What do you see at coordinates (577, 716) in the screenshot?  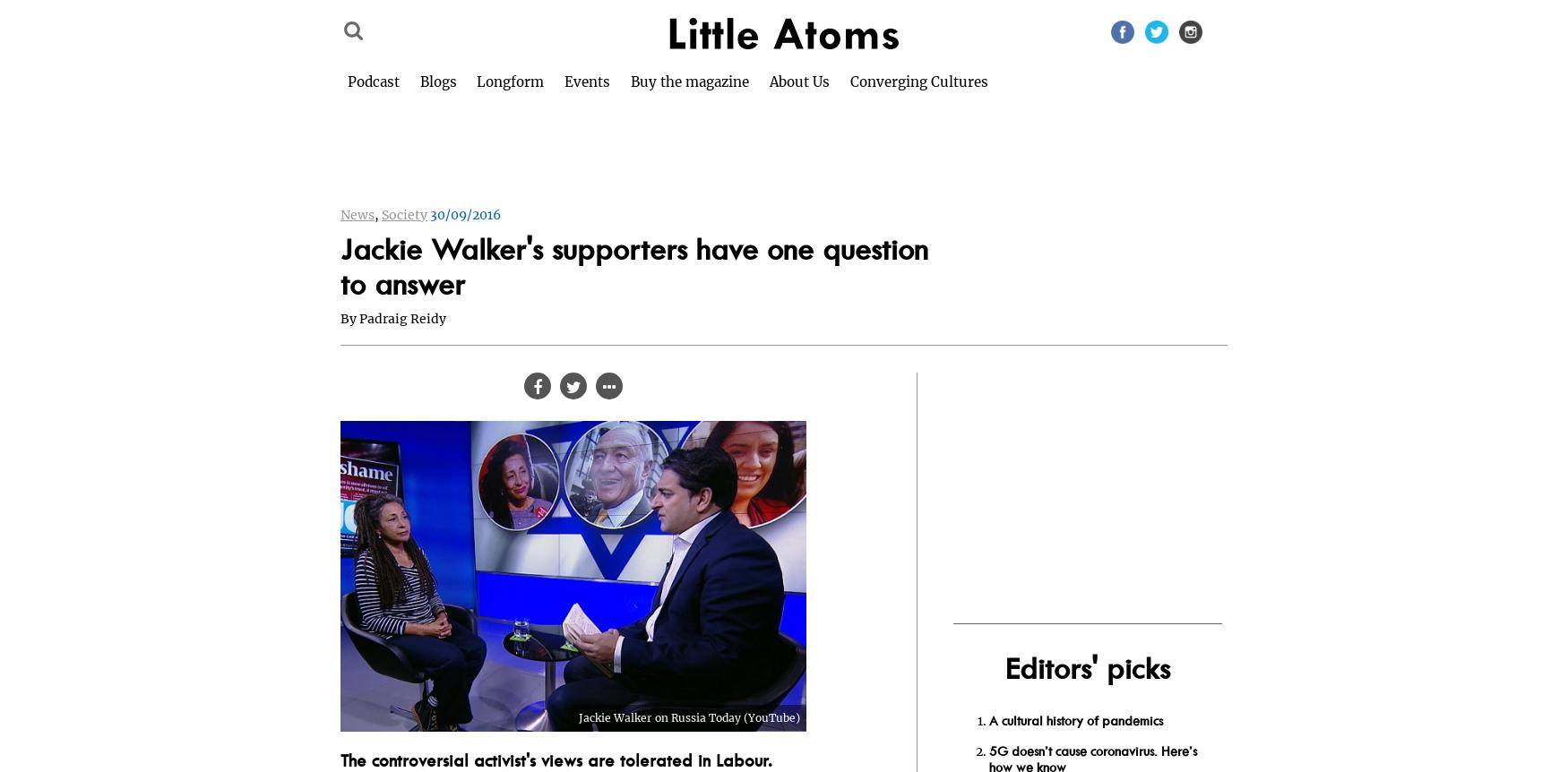 I see `'Jackie Walker on Russia Today (YouTube)'` at bounding box center [577, 716].